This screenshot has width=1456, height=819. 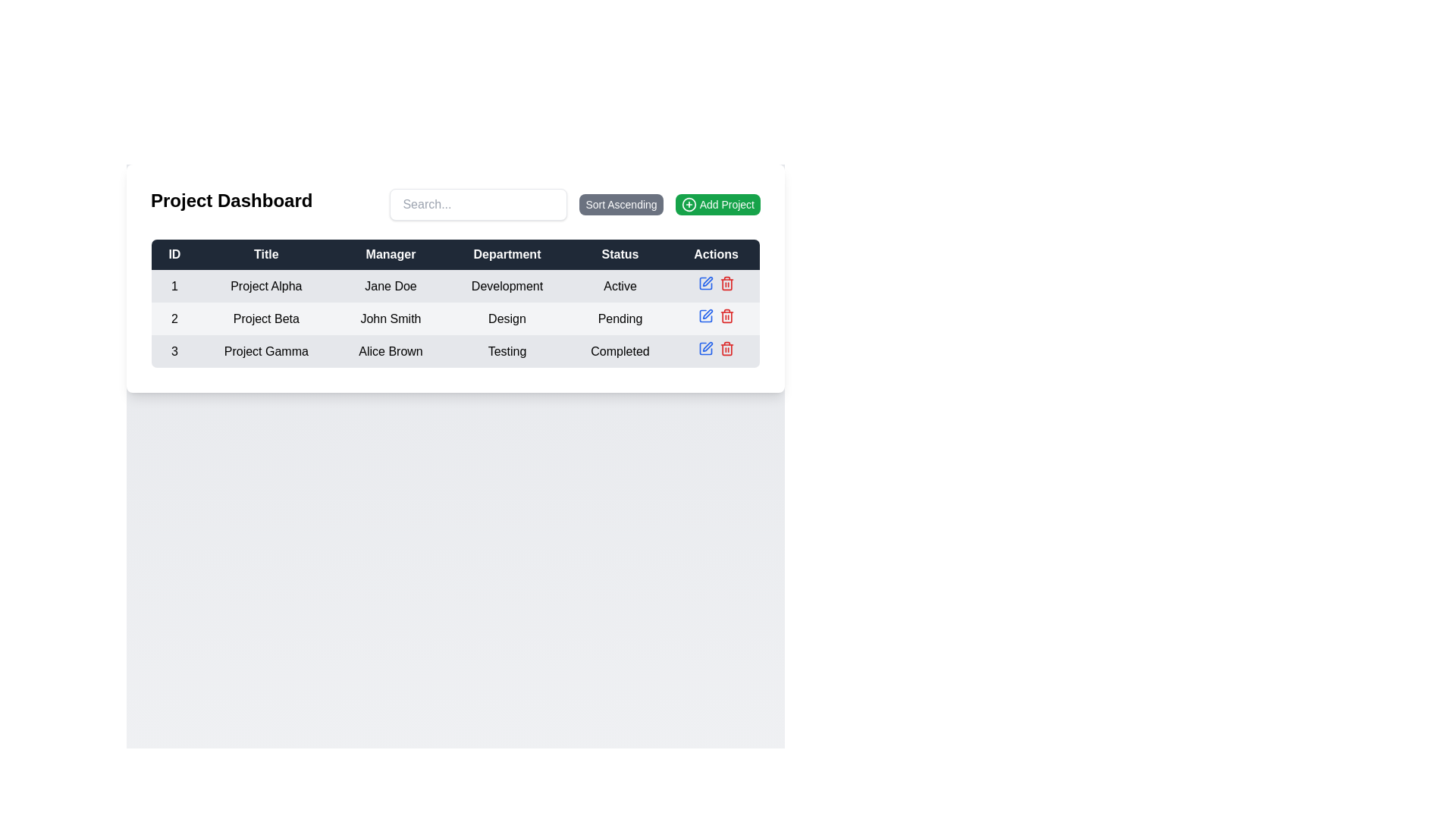 I want to click on the static text label indicating the status of the project, which shows 'Completed' in the fifth column of the third row of the table structure, so click(x=620, y=351).